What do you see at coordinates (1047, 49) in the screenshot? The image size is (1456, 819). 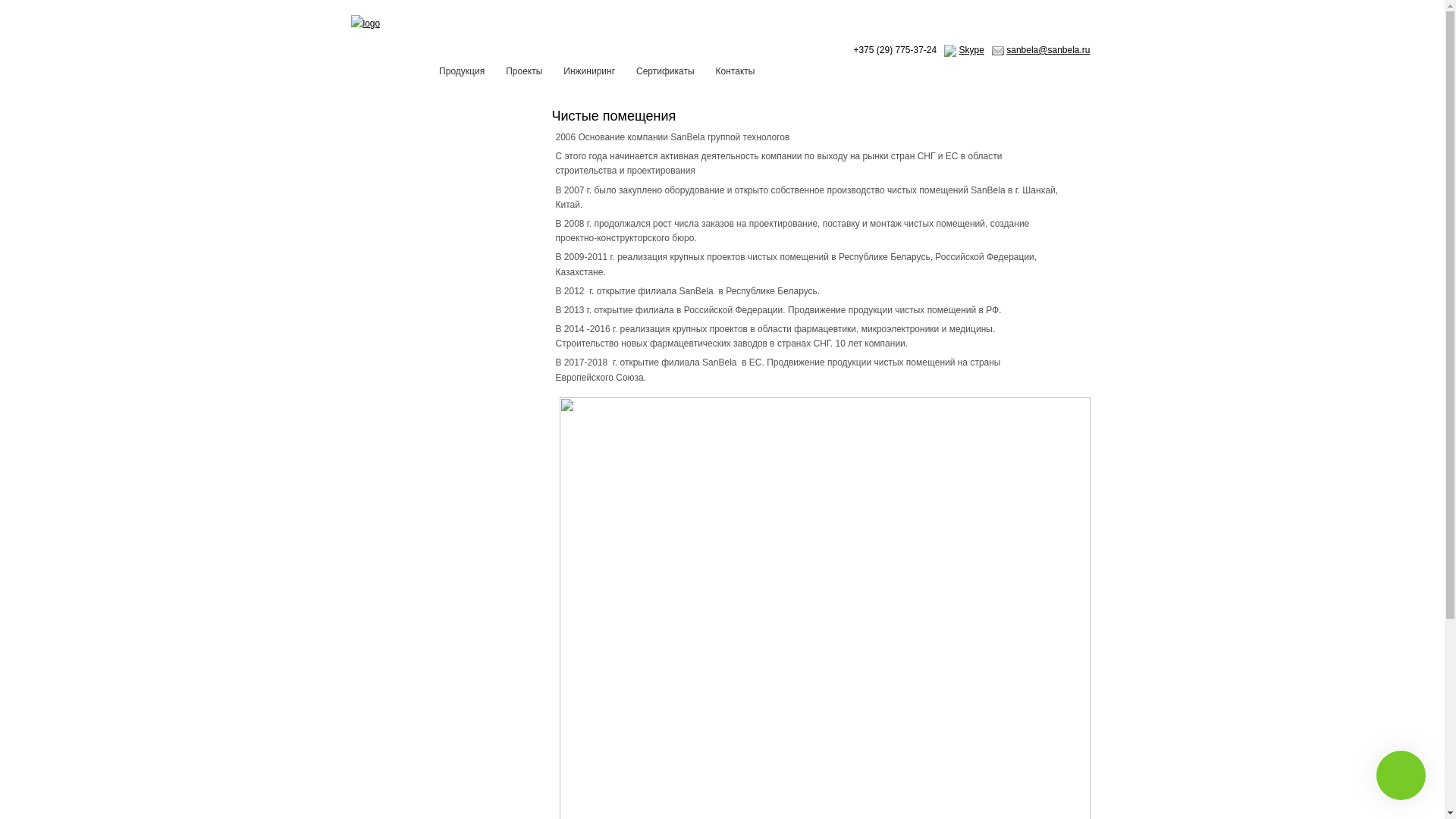 I see `'sanbela@sanbela.ru'` at bounding box center [1047, 49].